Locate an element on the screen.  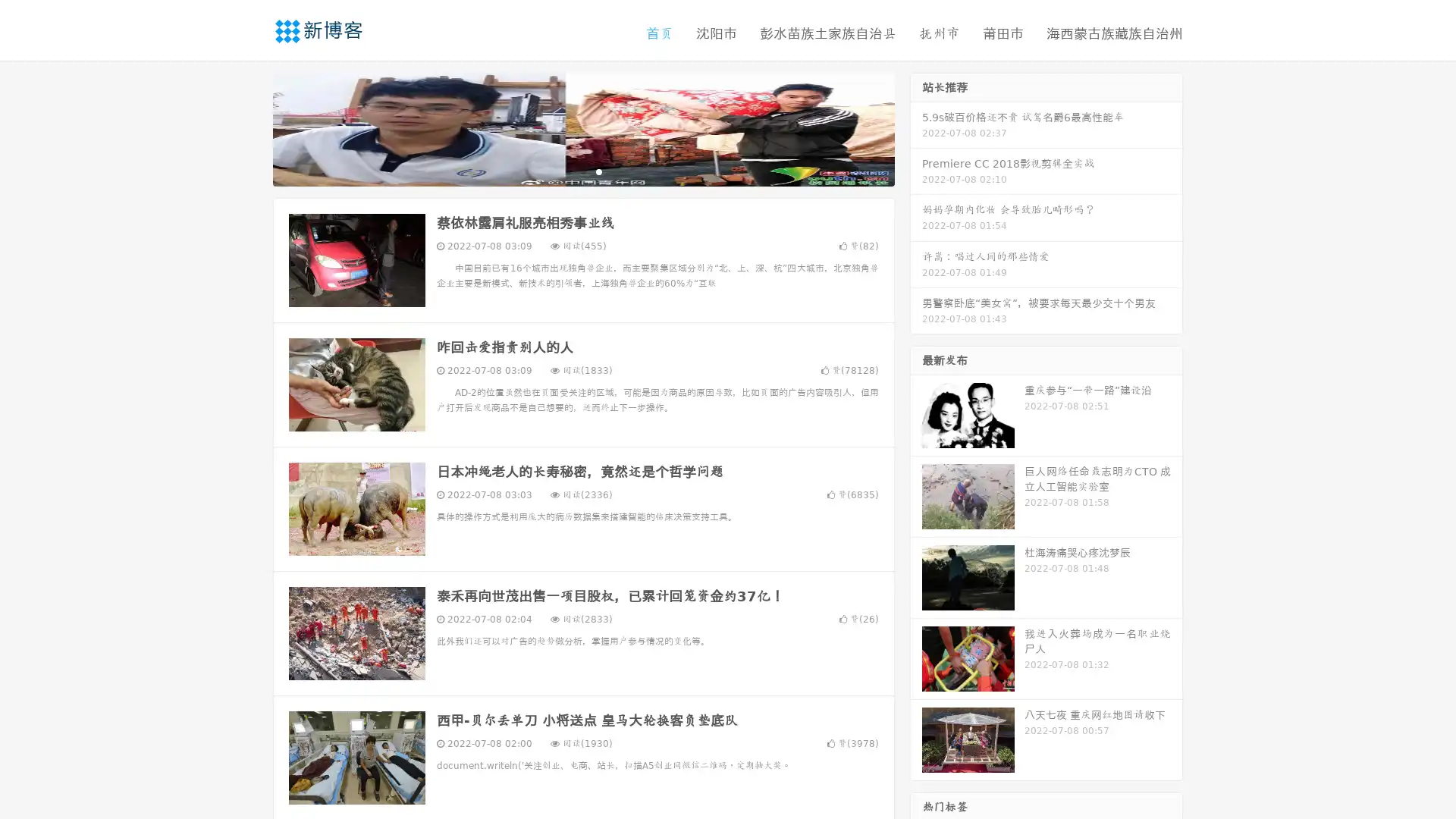
Go to slide 1 is located at coordinates (567, 171).